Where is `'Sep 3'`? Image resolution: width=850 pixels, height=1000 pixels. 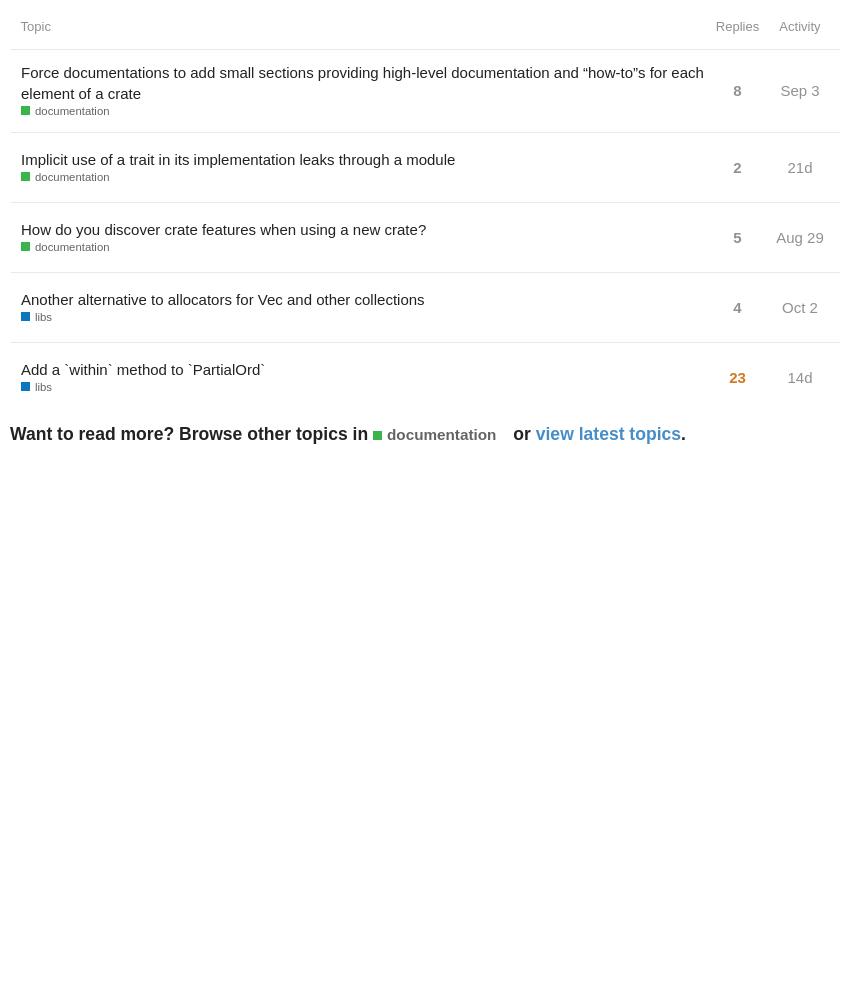
'Sep 3' is located at coordinates (798, 89).